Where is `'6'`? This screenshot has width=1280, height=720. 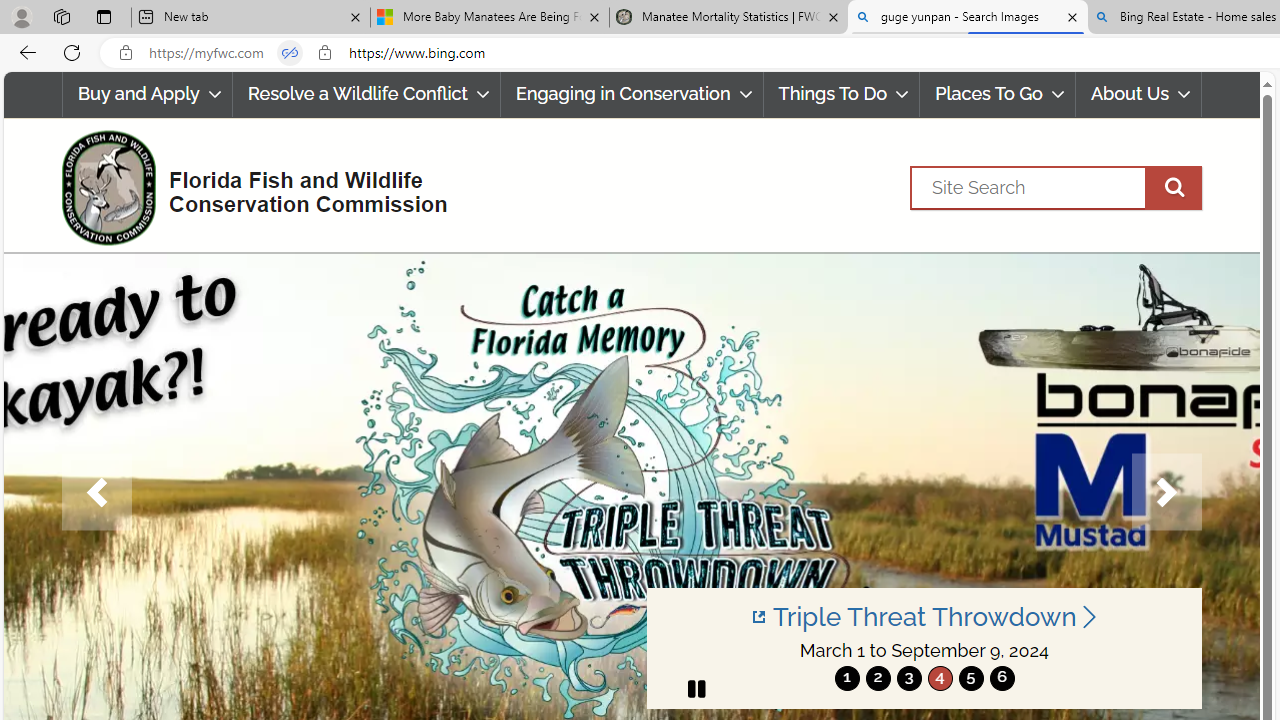
'6' is located at coordinates (1002, 677).